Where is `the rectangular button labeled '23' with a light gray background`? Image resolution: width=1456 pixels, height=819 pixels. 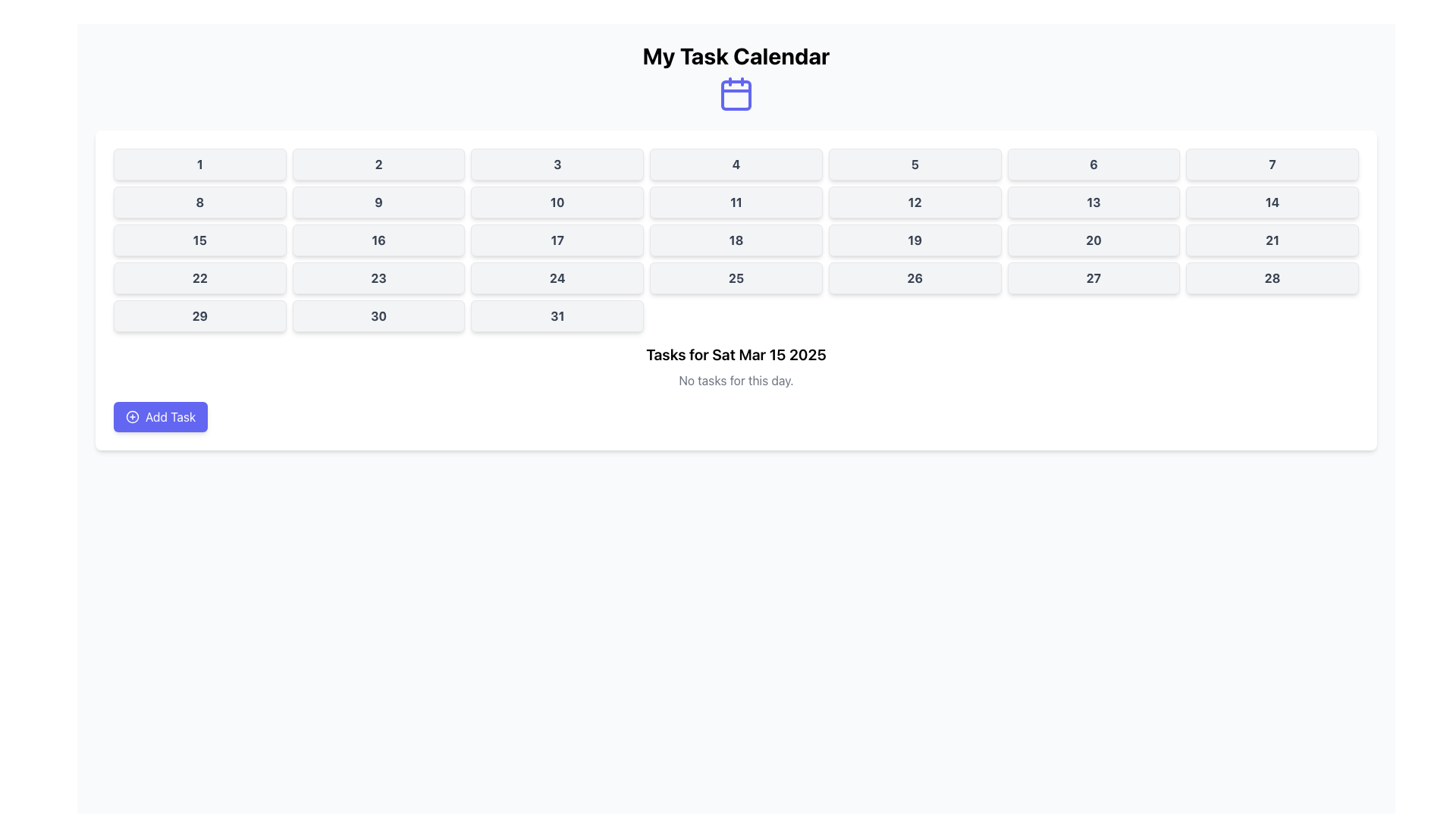
the rectangular button labeled '23' with a light gray background is located at coordinates (378, 278).